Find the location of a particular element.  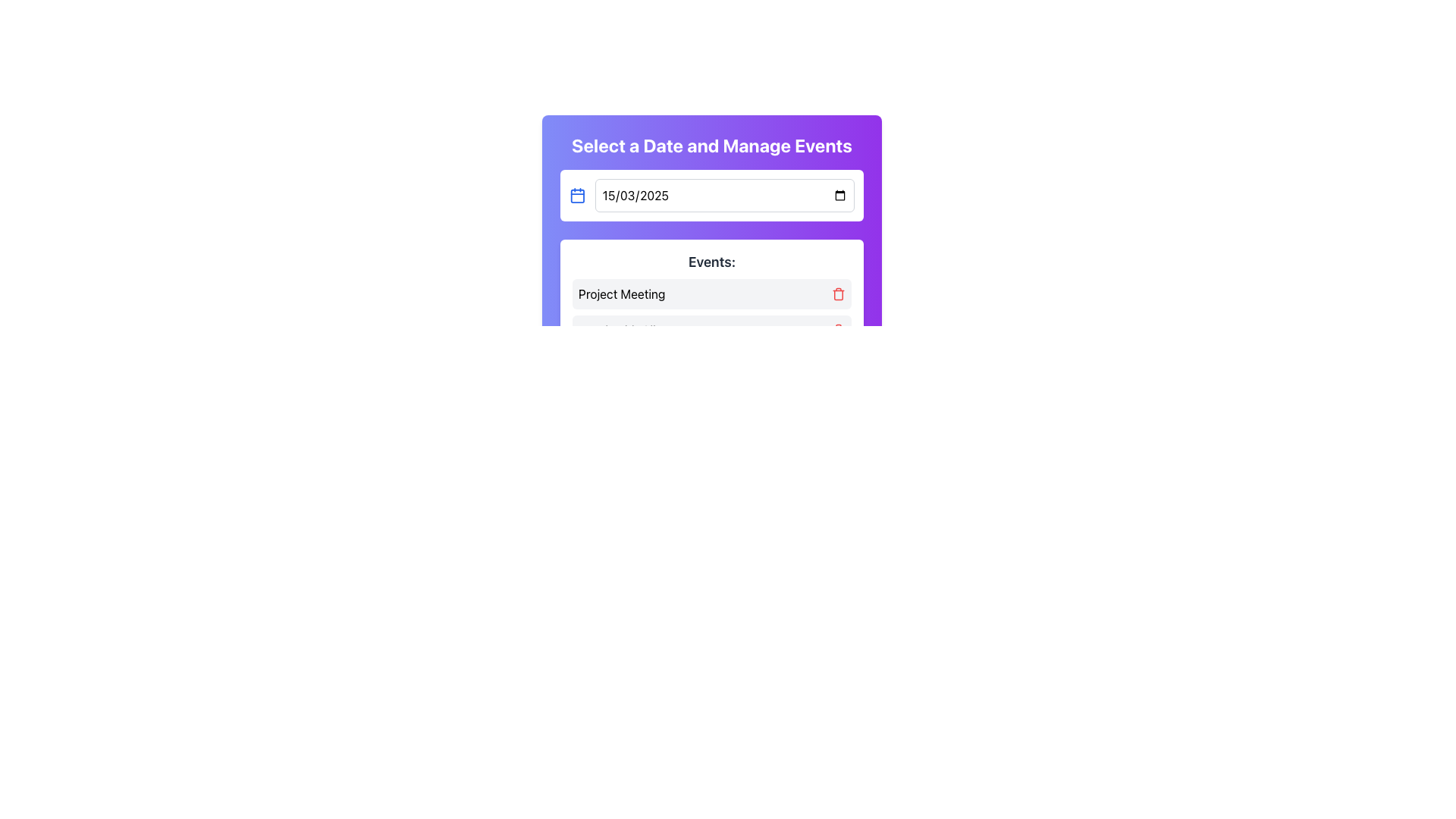

a date from the Date Picker Component located below the header 'Select a Date and Manage Events' is located at coordinates (711, 195).